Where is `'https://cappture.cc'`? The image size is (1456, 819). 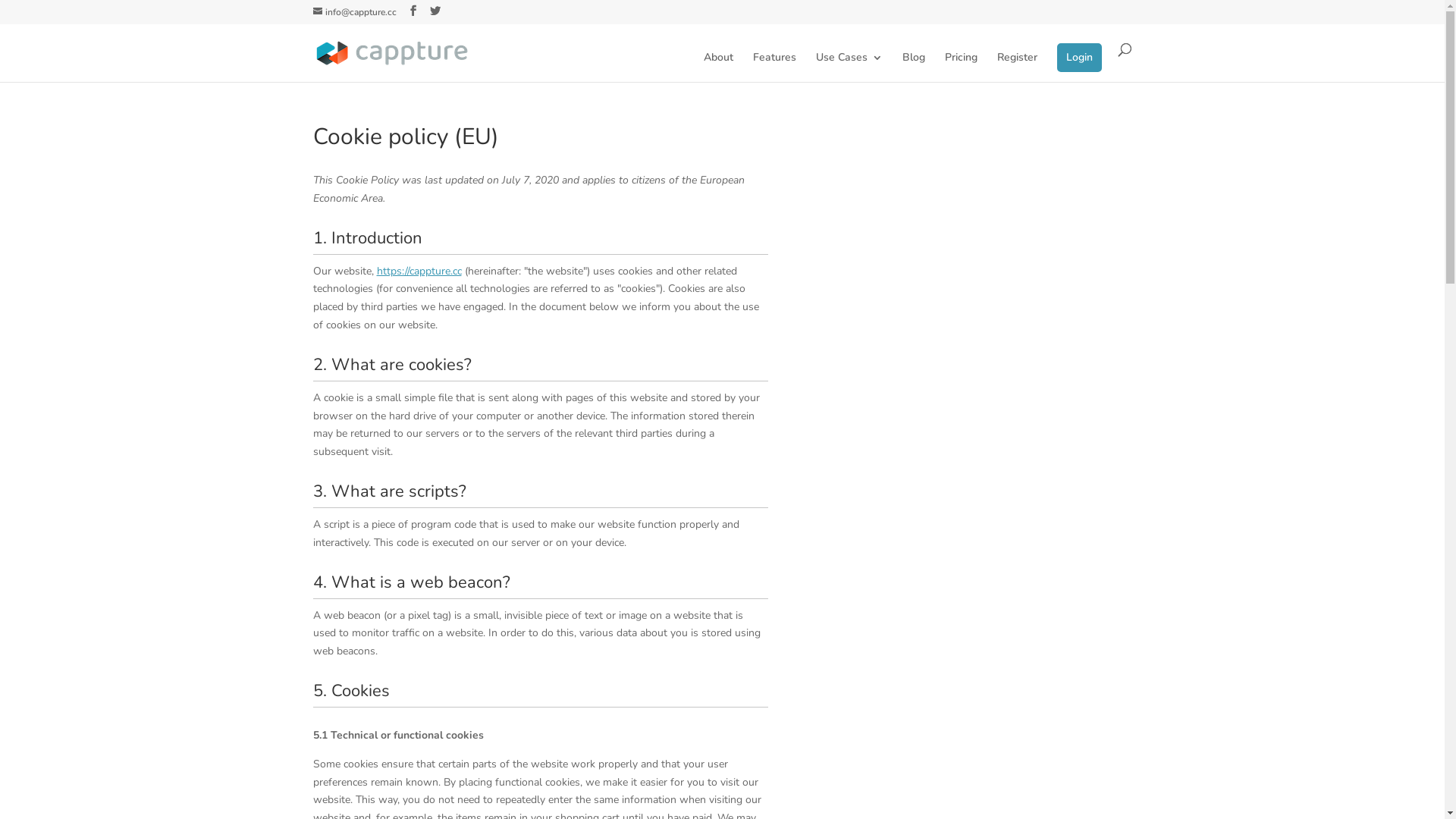
'https://cappture.cc' is located at coordinates (419, 270).